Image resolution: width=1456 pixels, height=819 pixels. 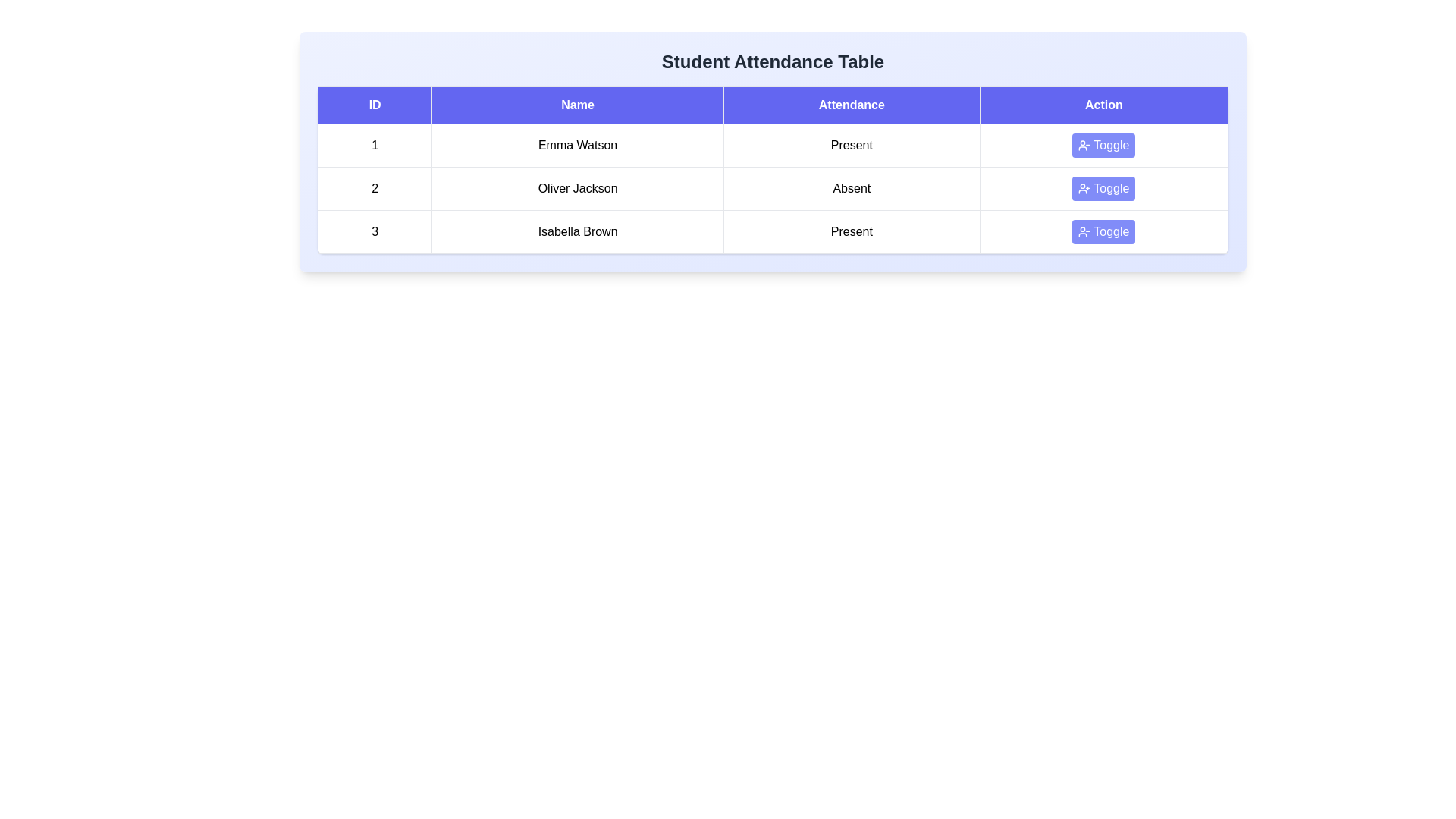 I want to click on the button in the 'Action' column of the 'Student Attendance Table' corresponding to 'Emma Watson' for additional information or effects, so click(x=1103, y=146).